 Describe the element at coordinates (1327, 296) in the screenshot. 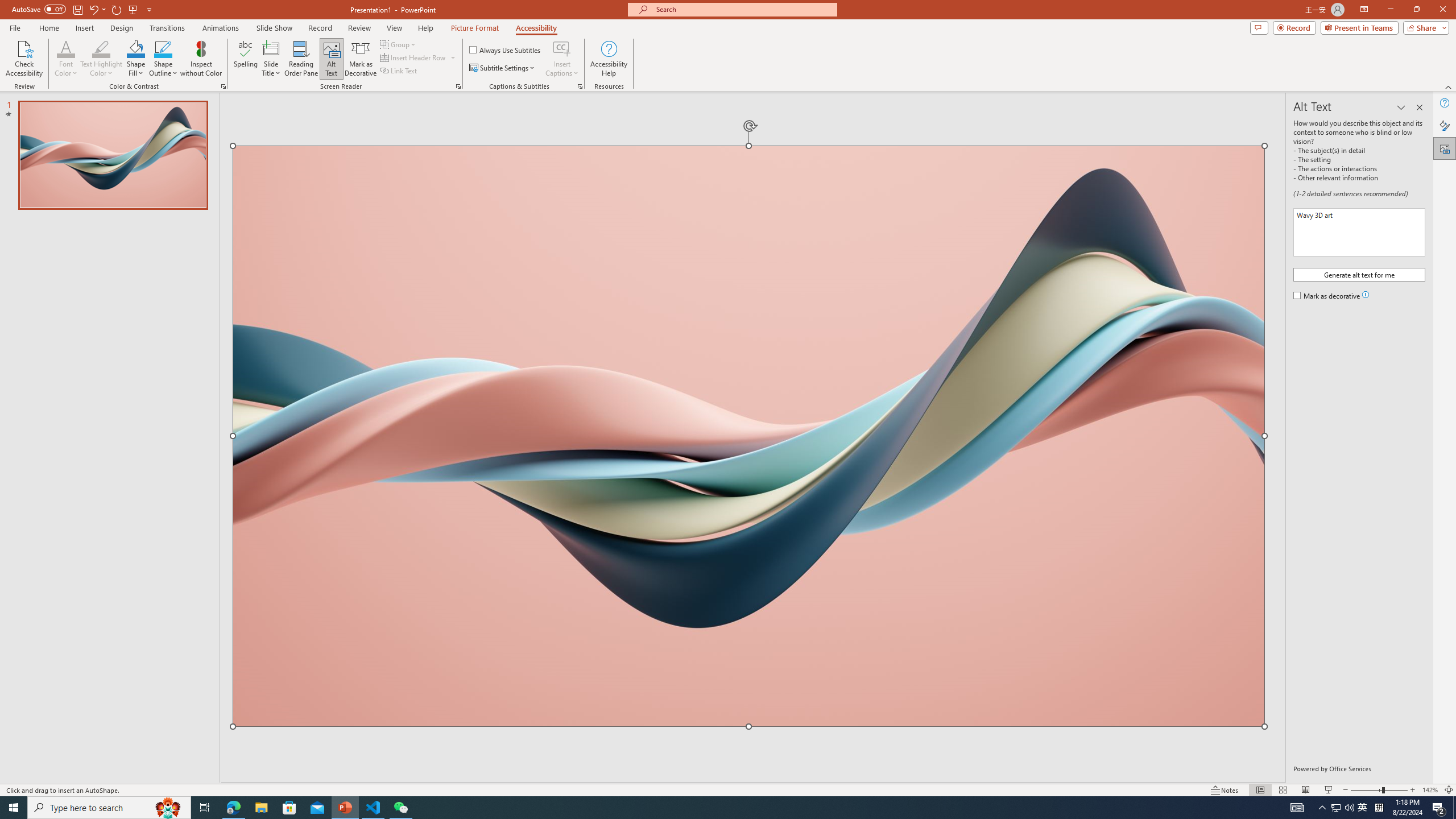

I see `'Mark as decorative'` at that location.